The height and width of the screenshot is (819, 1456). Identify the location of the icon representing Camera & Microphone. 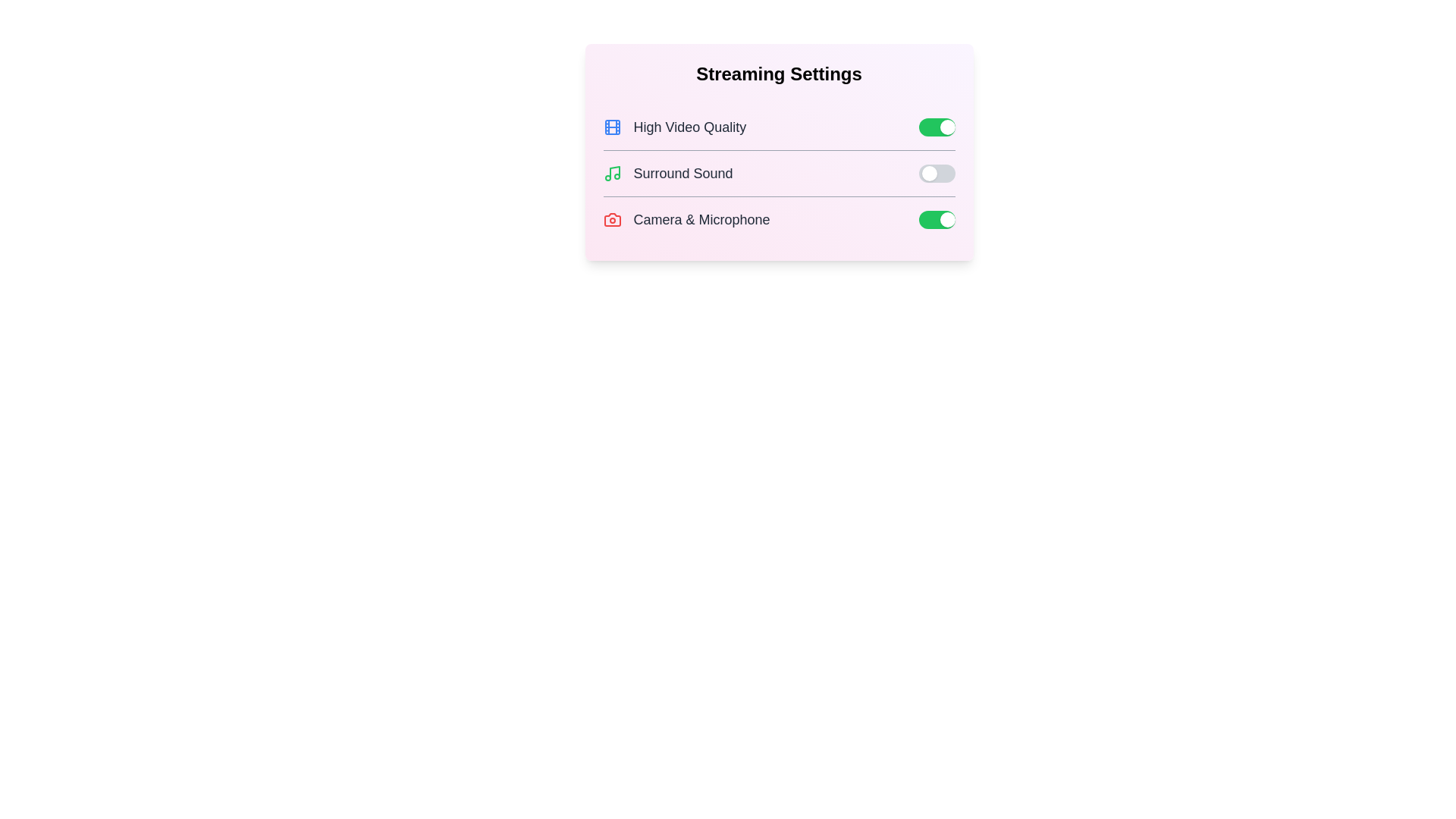
(612, 219).